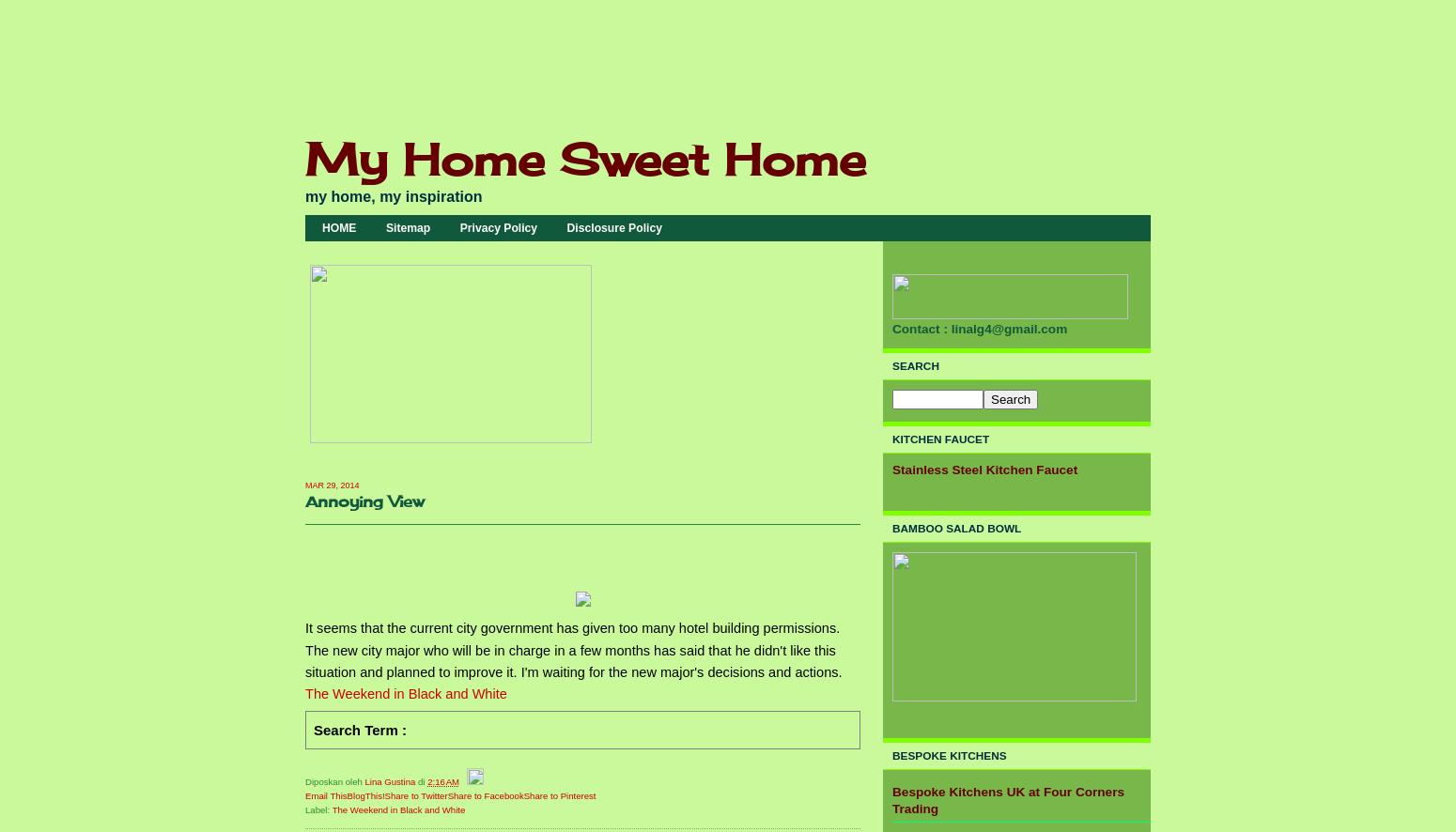  What do you see at coordinates (984, 469) in the screenshot?
I see `'Stainless Steel Kitchen Faucet'` at bounding box center [984, 469].